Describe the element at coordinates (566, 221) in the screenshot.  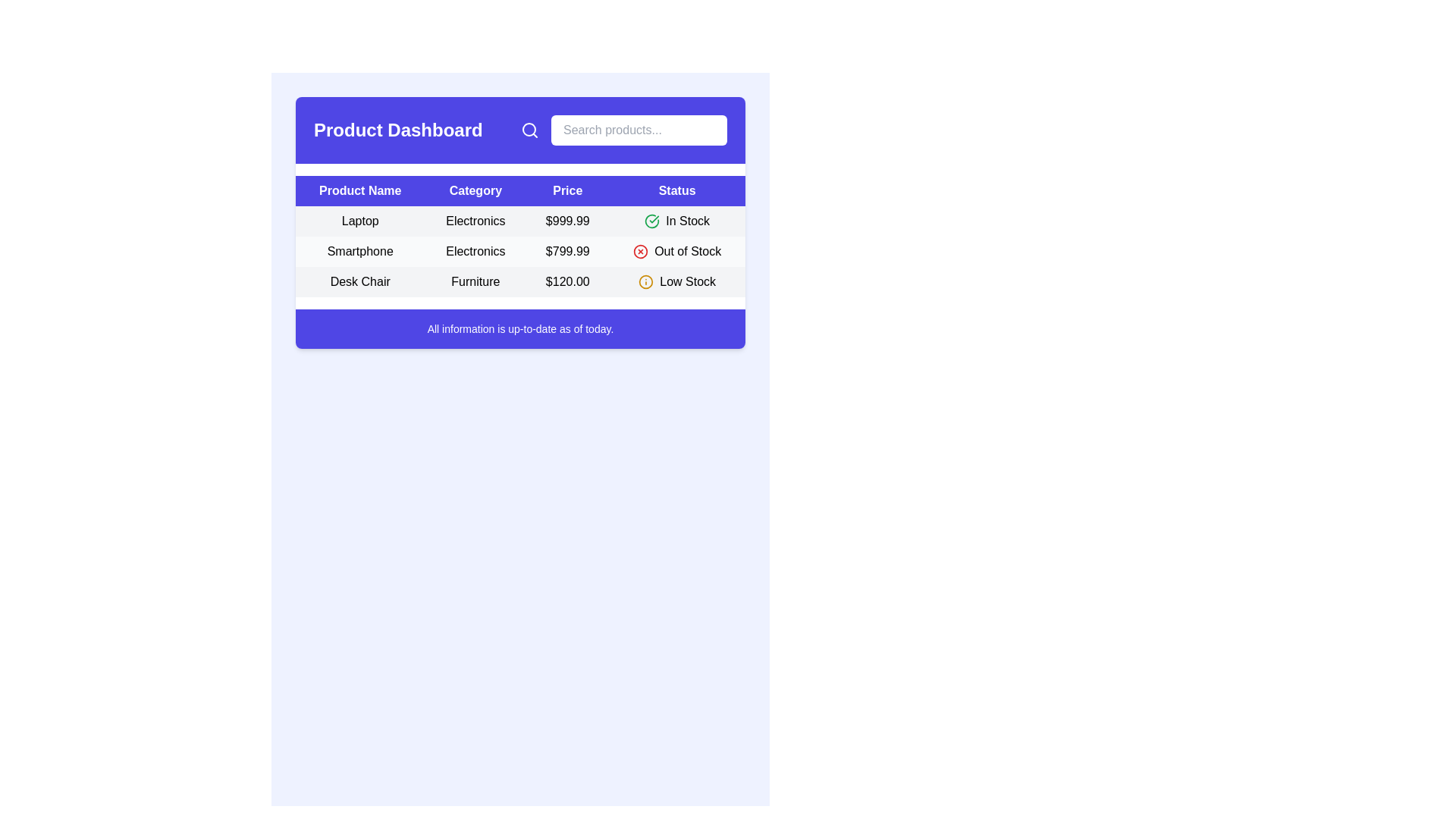
I see `the static text displaying the price '$999.99', which is the third column entry in the first row of the table under the 'Price' column` at that location.